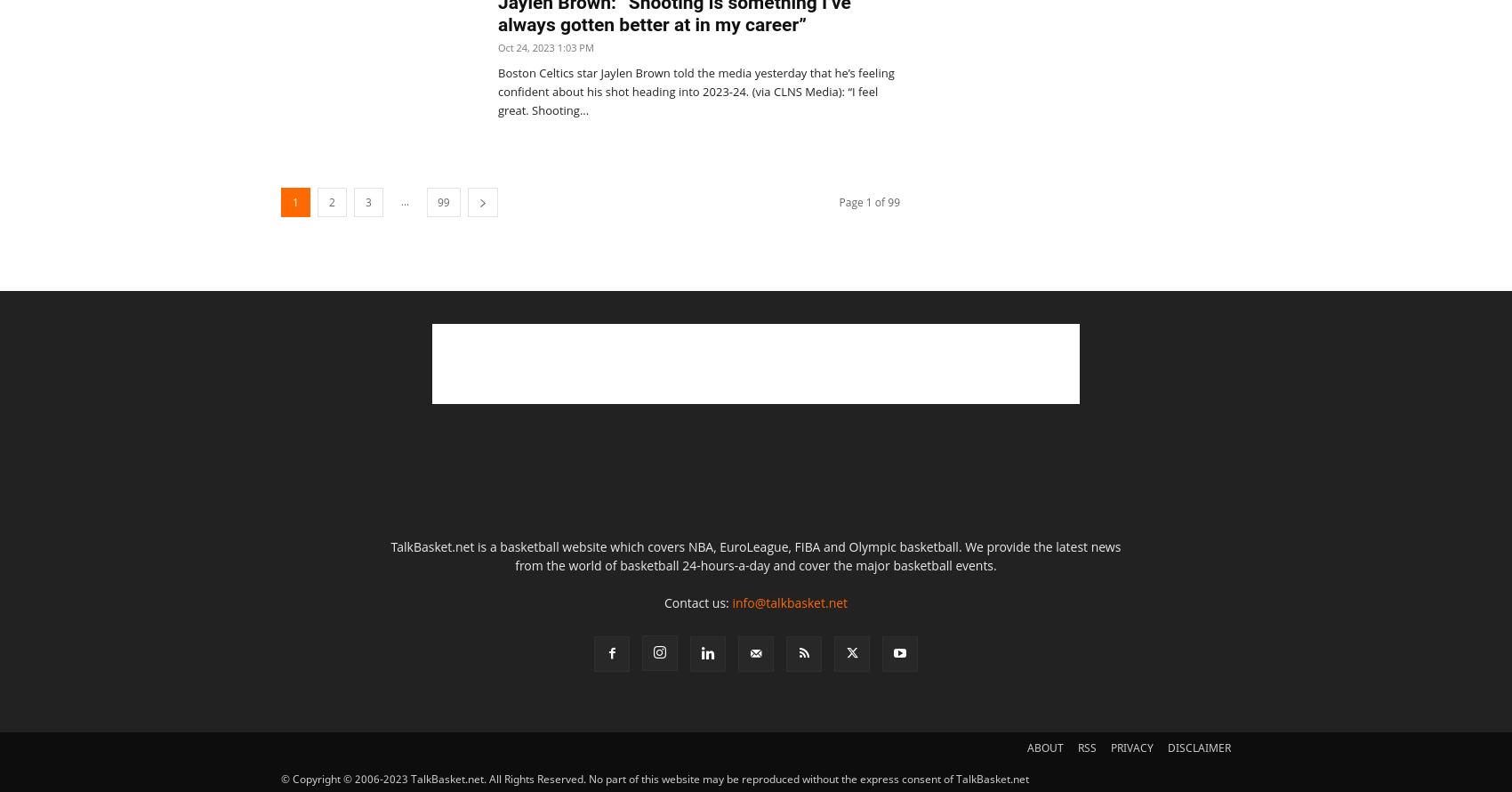 The width and height of the screenshot is (1512, 792). Describe the element at coordinates (754, 555) in the screenshot. I see `'TalkBasket.net is a basketball website which covers NBA, EuroLeague, FIBA and Olympic basketball. We provide the latest news from the world of basketball 24-hours-a-day and cover the major basketball events.'` at that location.